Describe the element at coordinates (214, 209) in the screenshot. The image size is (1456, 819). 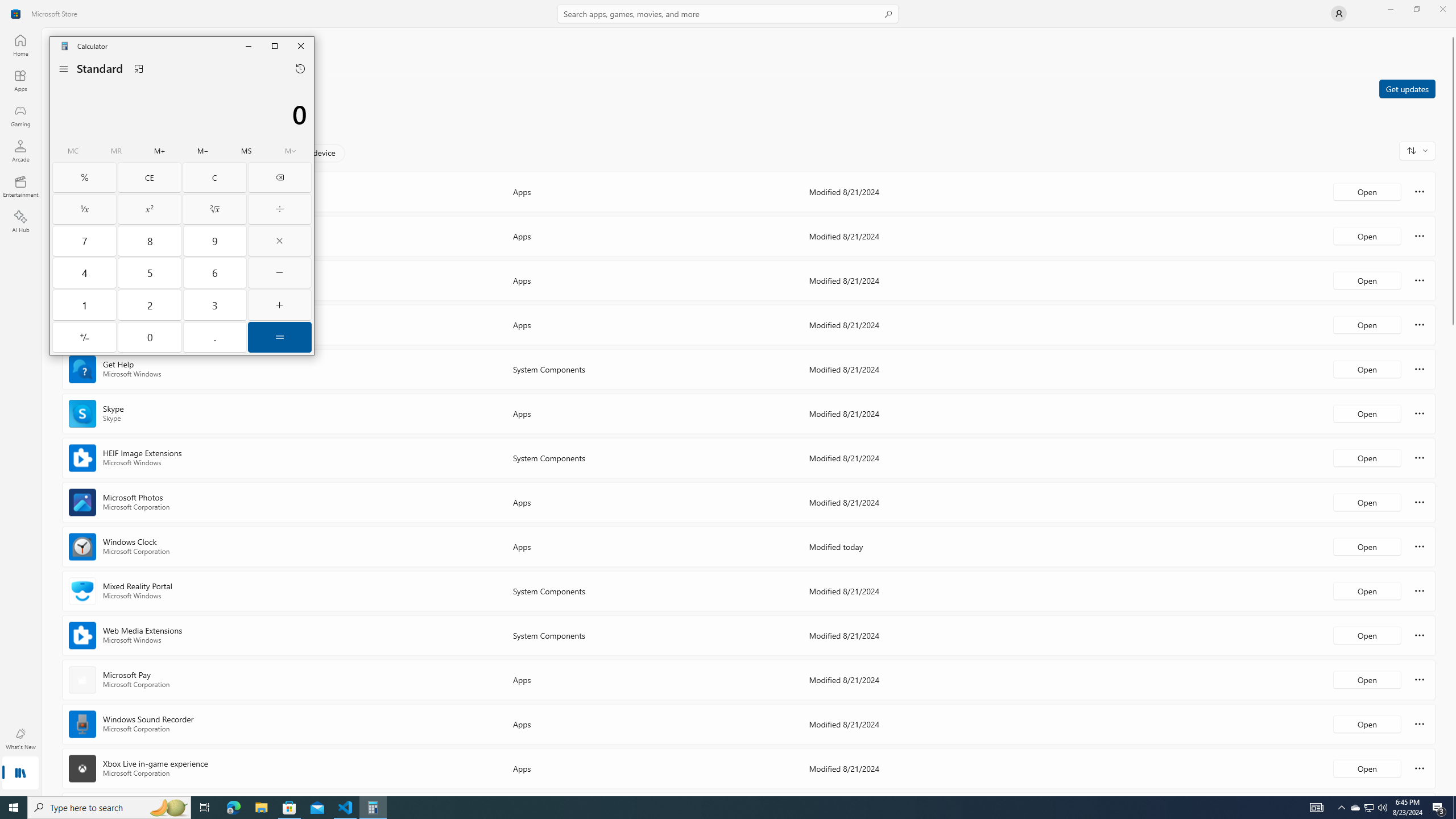
I see `'Square root'` at that location.